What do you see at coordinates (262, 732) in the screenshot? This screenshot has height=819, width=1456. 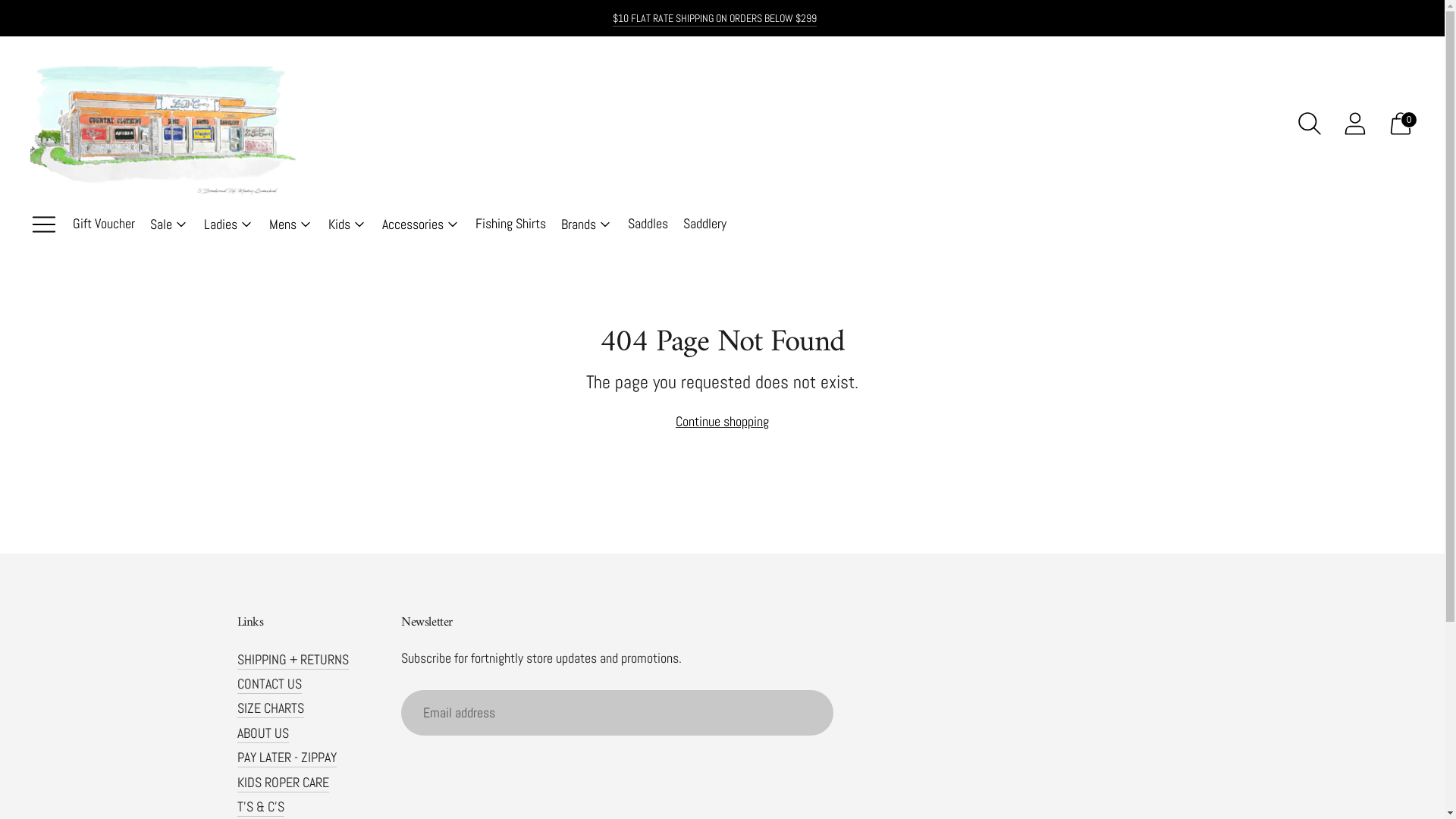 I see `'ABOUT US'` at bounding box center [262, 732].